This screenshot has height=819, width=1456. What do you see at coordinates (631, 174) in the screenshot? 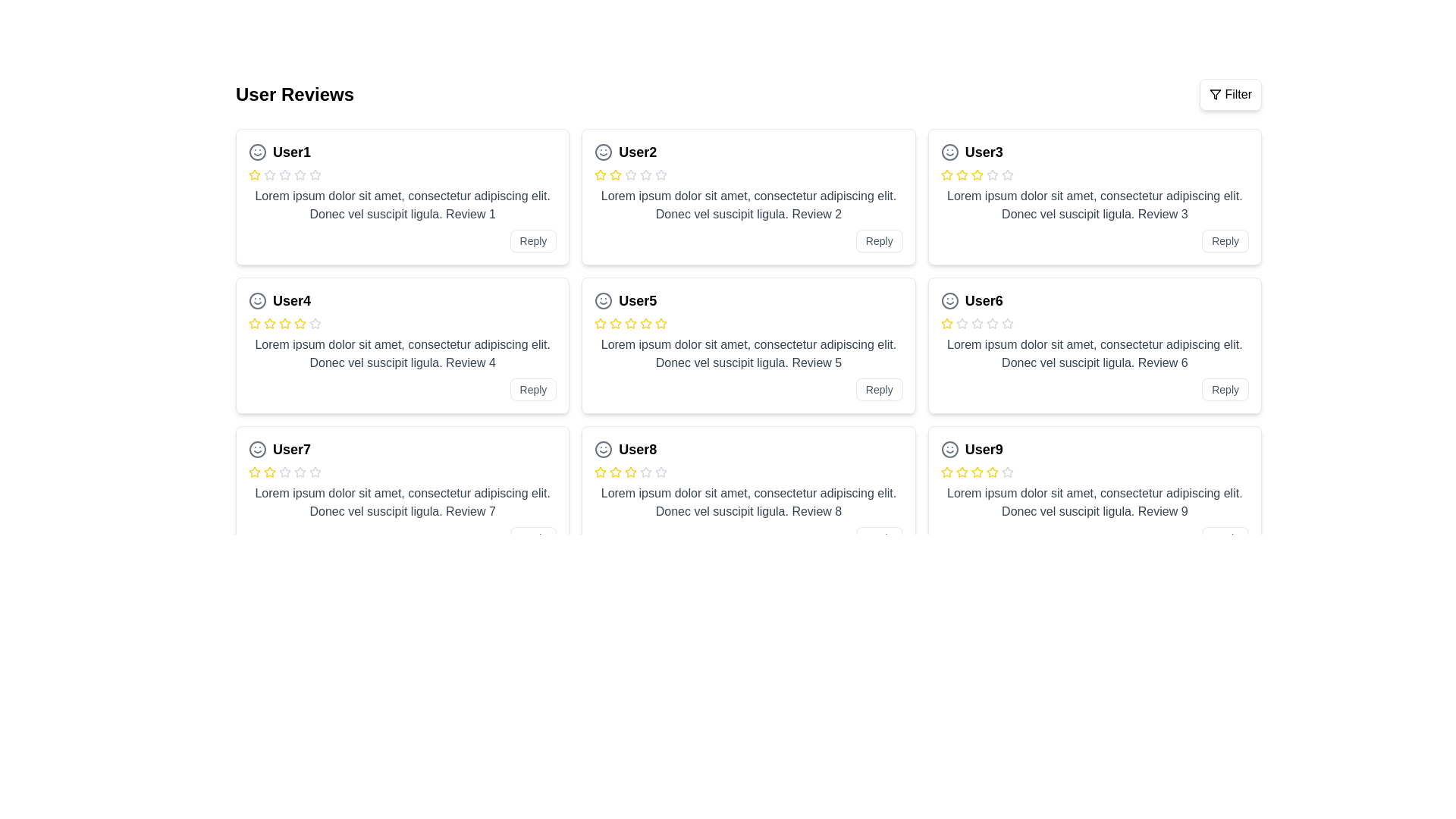
I see `the second star icon in the rating component of the first review card` at bounding box center [631, 174].